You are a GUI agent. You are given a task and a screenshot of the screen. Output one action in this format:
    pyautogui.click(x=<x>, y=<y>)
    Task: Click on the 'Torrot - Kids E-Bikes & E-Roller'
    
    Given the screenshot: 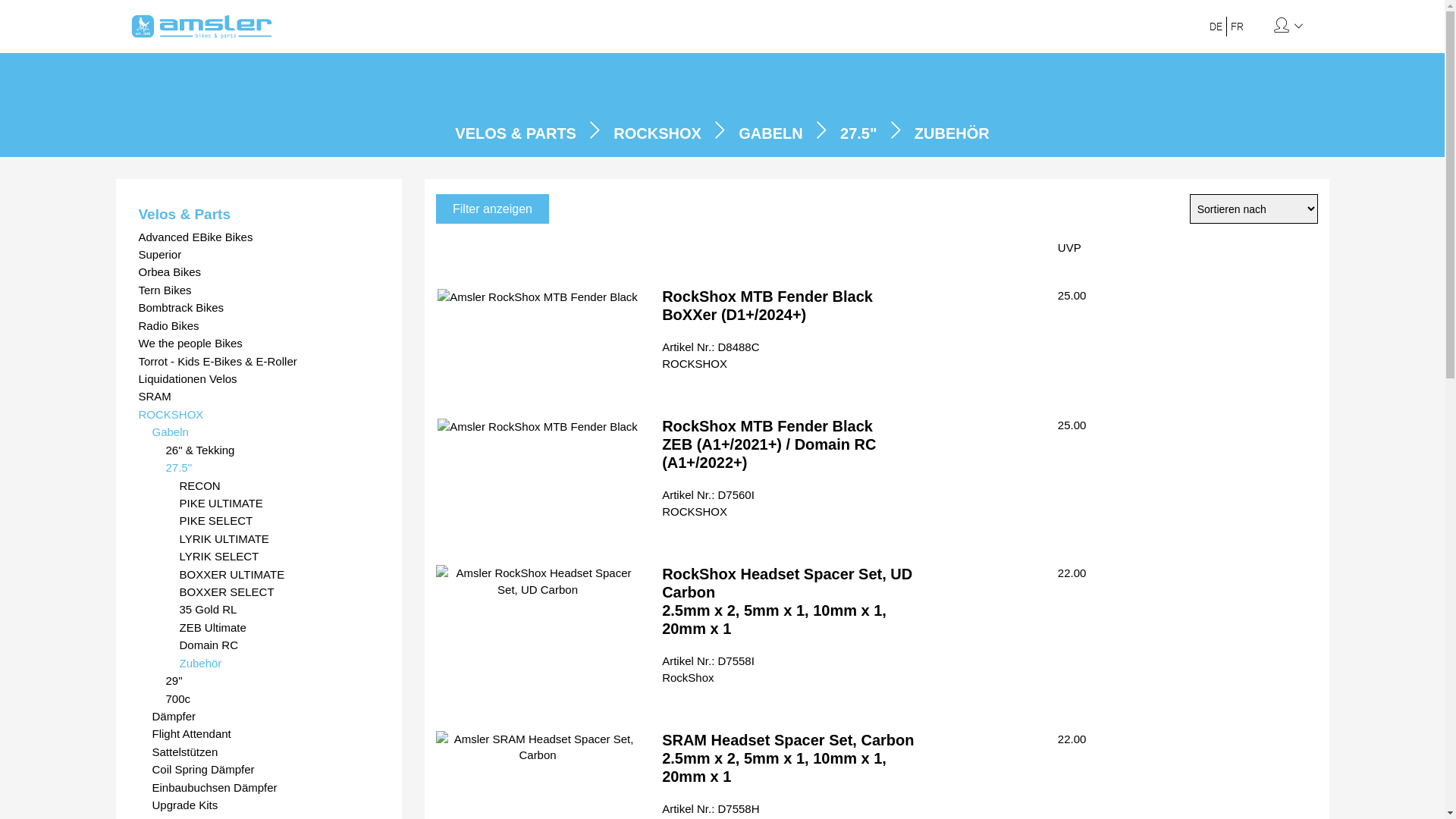 What is the action you would take?
    pyautogui.click(x=258, y=361)
    